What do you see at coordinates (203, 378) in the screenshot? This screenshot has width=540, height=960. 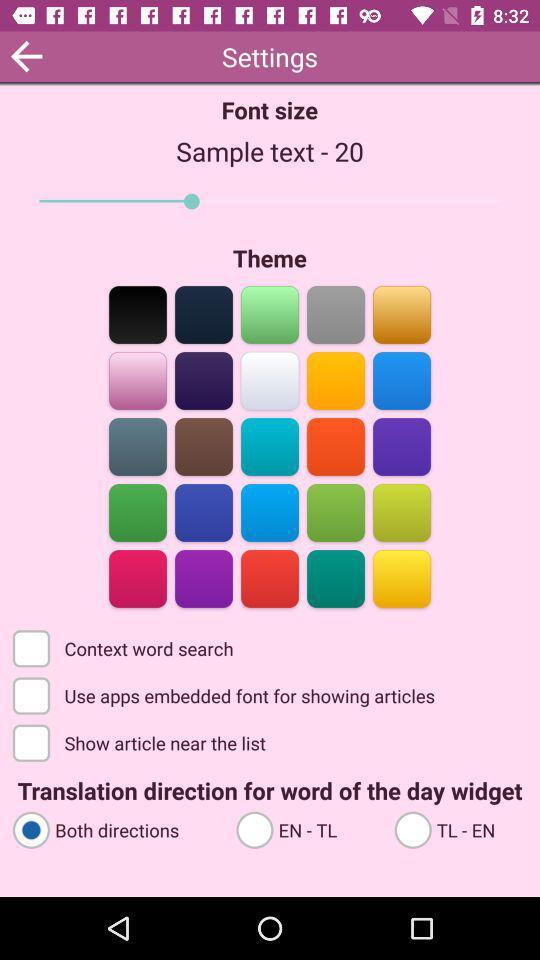 I see `changes the theme to blue` at bounding box center [203, 378].